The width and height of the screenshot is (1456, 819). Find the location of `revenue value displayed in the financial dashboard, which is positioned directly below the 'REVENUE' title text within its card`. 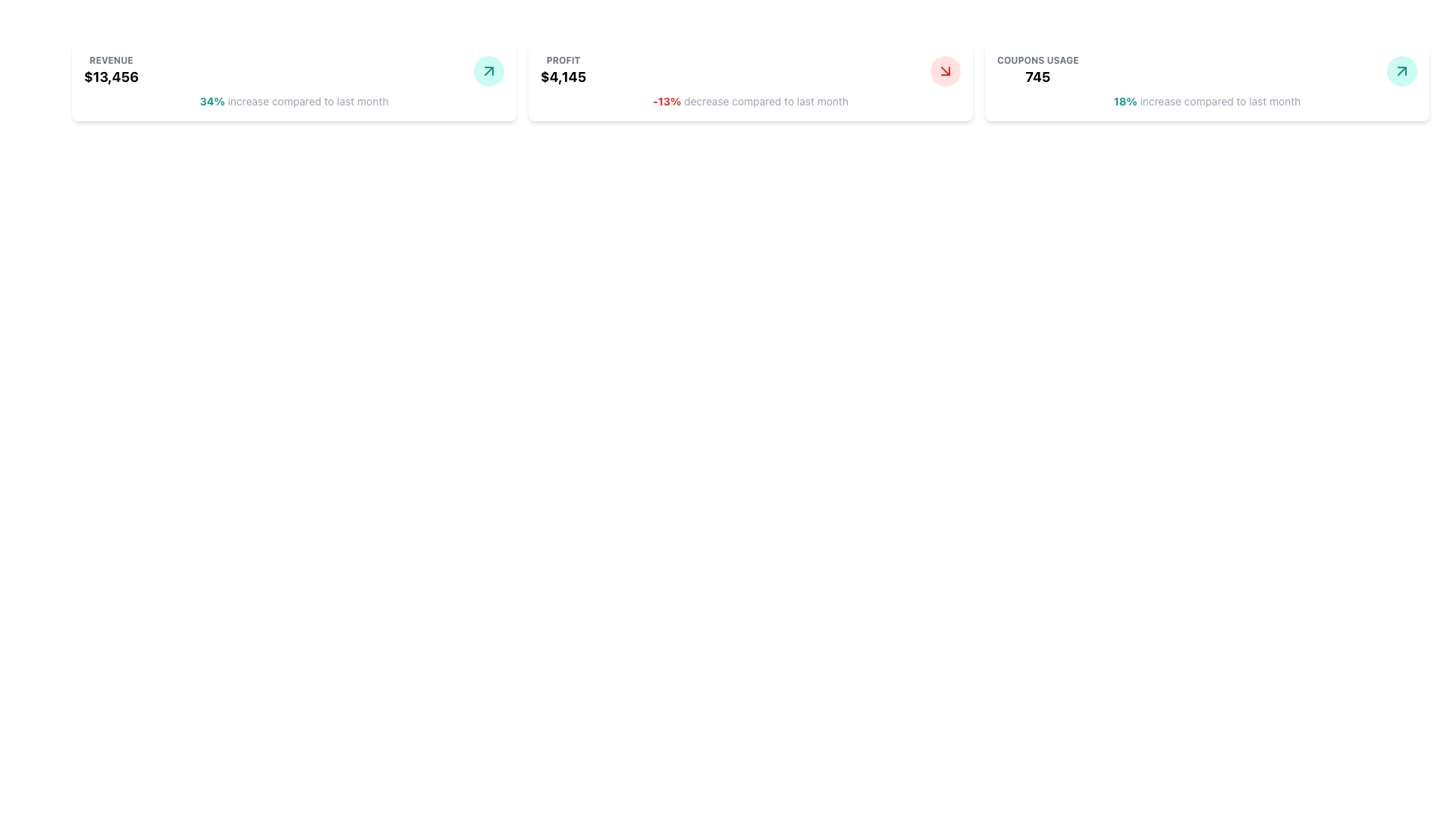

revenue value displayed in the financial dashboard, which is positioned directly below the 'REVENUE' title text within its card is located at coordinates (111, 77).